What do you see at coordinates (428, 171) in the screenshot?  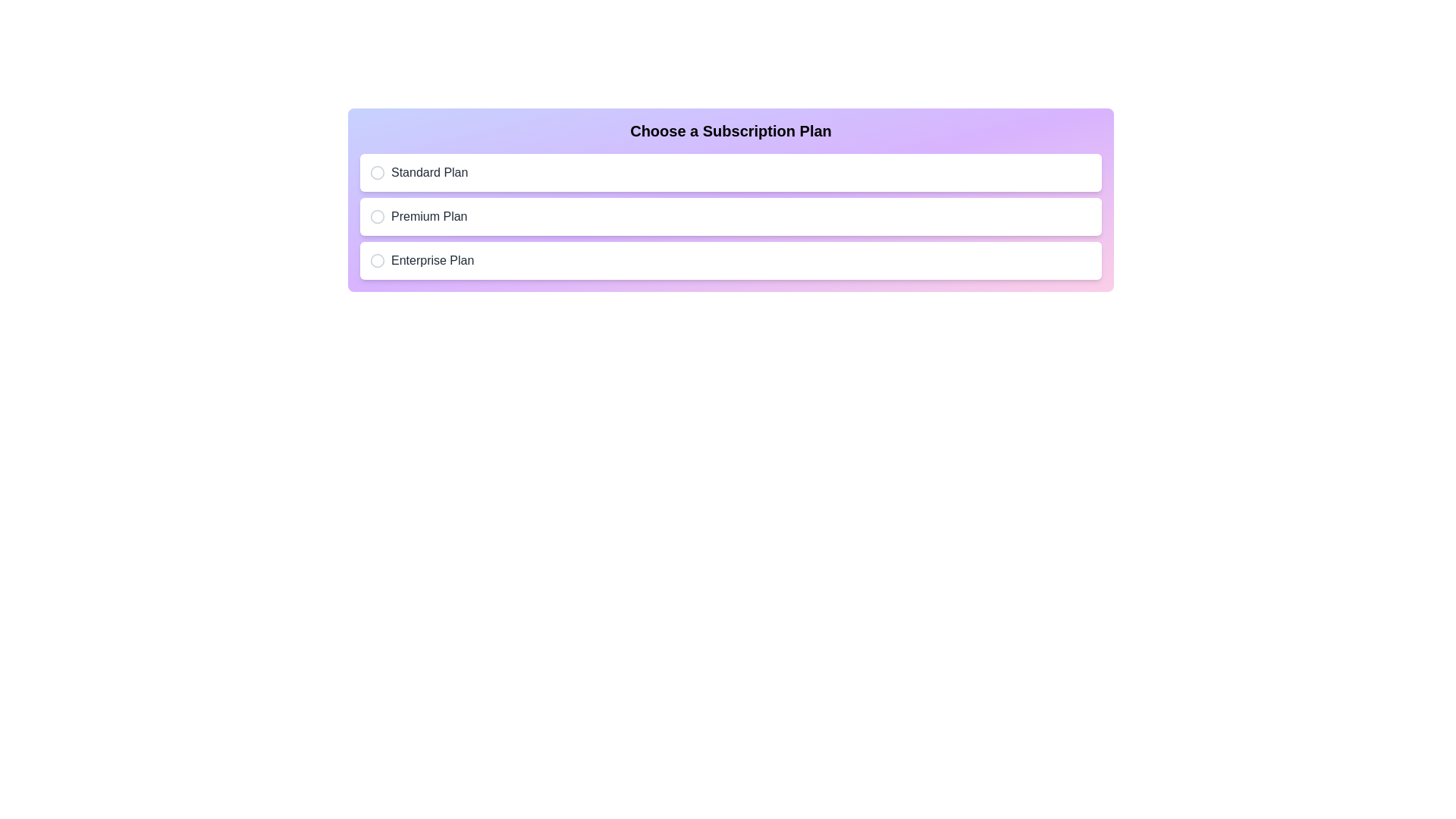 I see `the text label that identifies the first subscription tier option in the vertical list of subscription plans` at bounding box center [428, 171].